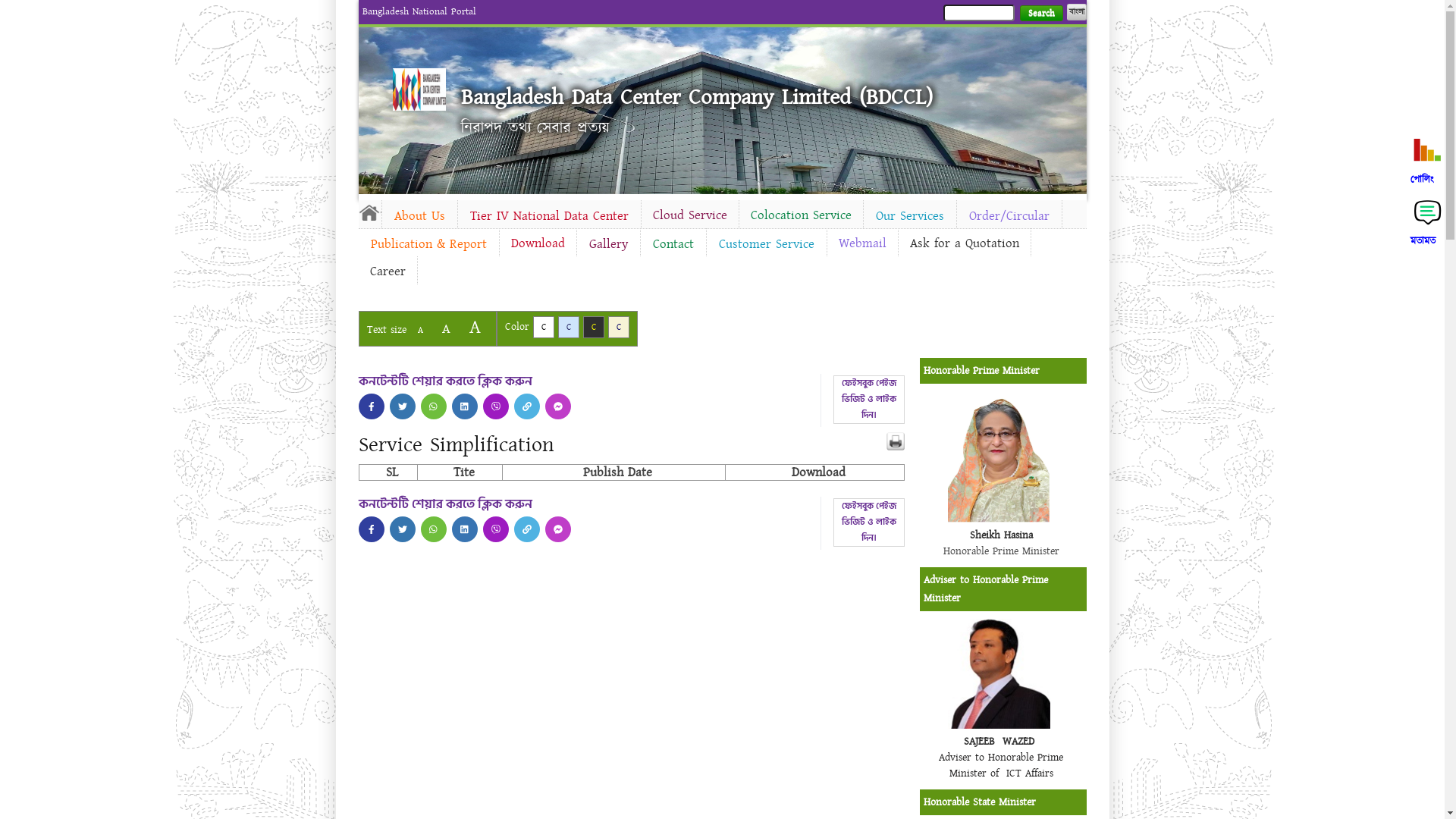 This screenshot has height=819, width=1456. Describe the element at coordinates (537, 242) in the screenshot. I see `'Download'` at that location.